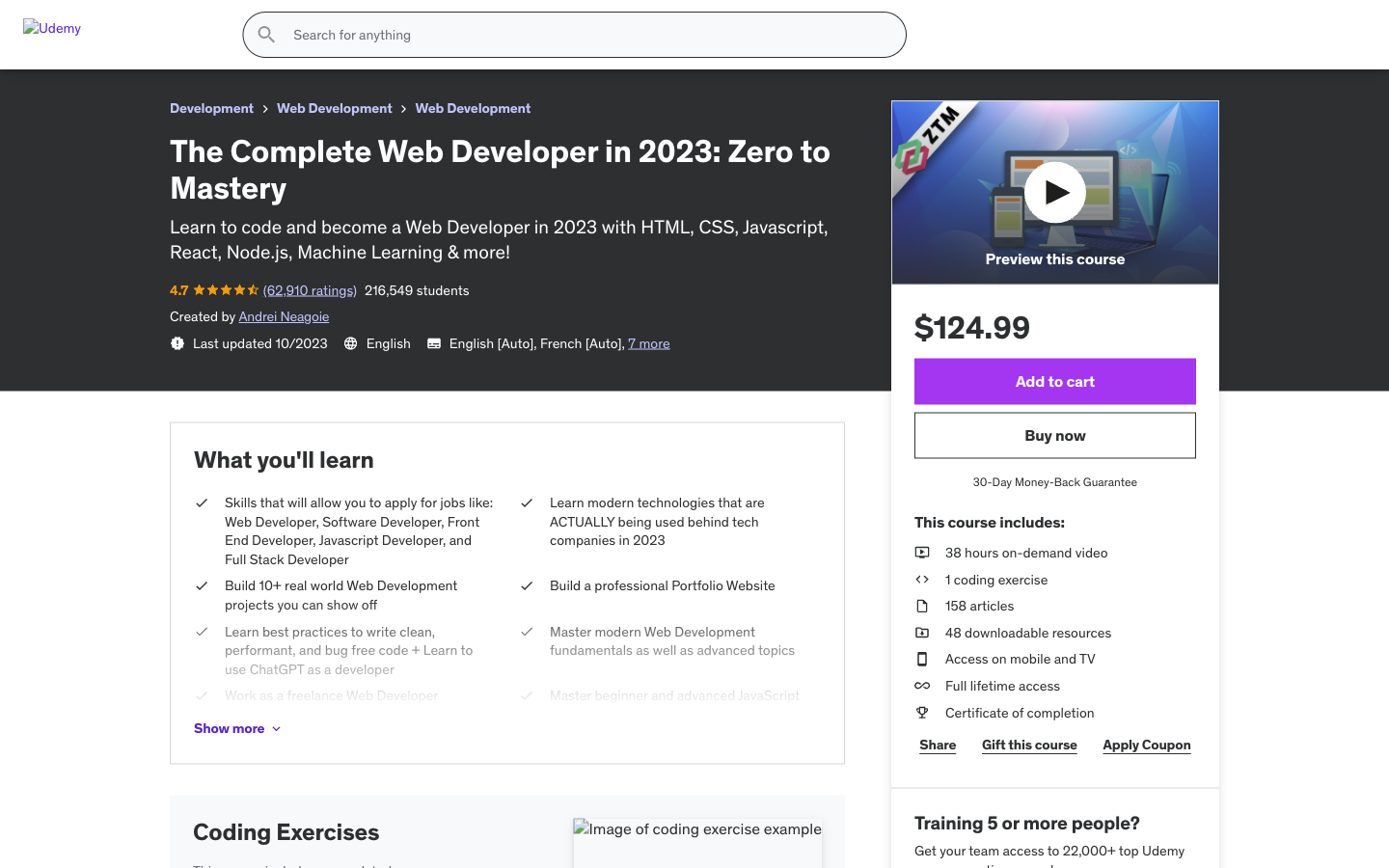 The height and width of the screenshot is (868, 1389). I want to click on the subsequent product image, so click(815, 496).